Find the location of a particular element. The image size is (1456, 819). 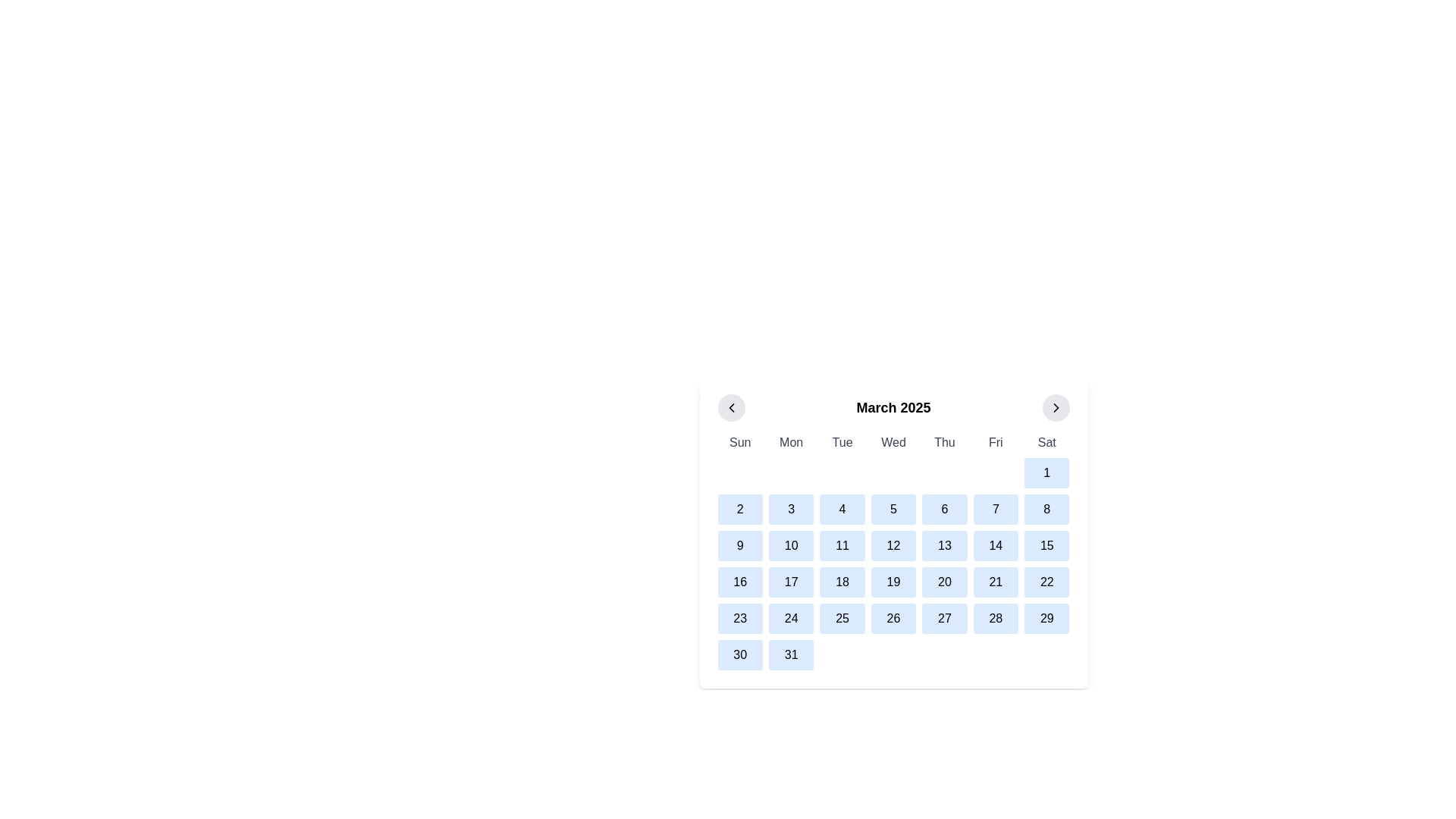

the button representing the date '31' in the bottom-right corner of the calendar grid under the 'Sat' column is located at coordinates (790, 654).